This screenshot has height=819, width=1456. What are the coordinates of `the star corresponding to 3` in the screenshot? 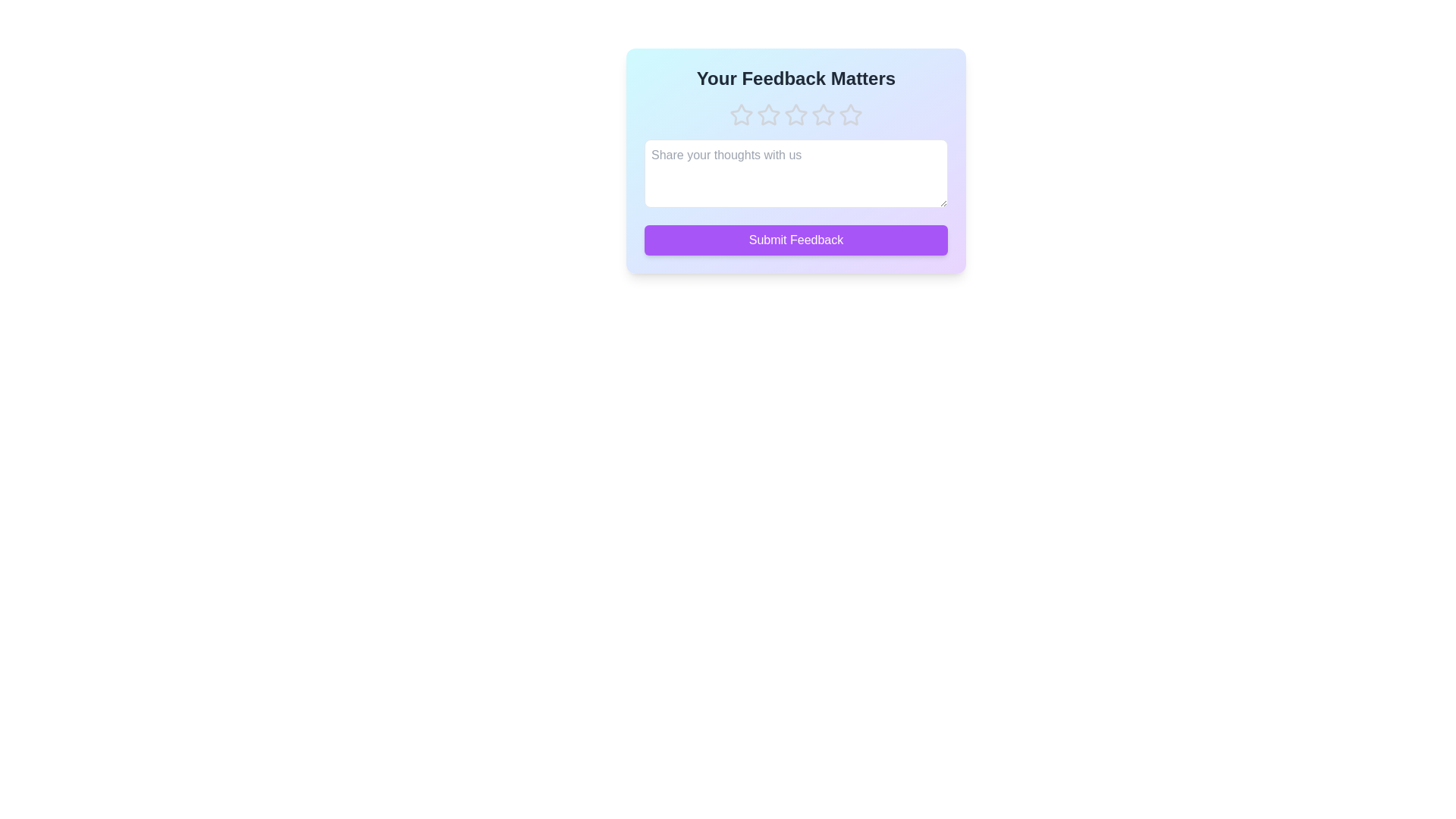 It's located at (795, 114).